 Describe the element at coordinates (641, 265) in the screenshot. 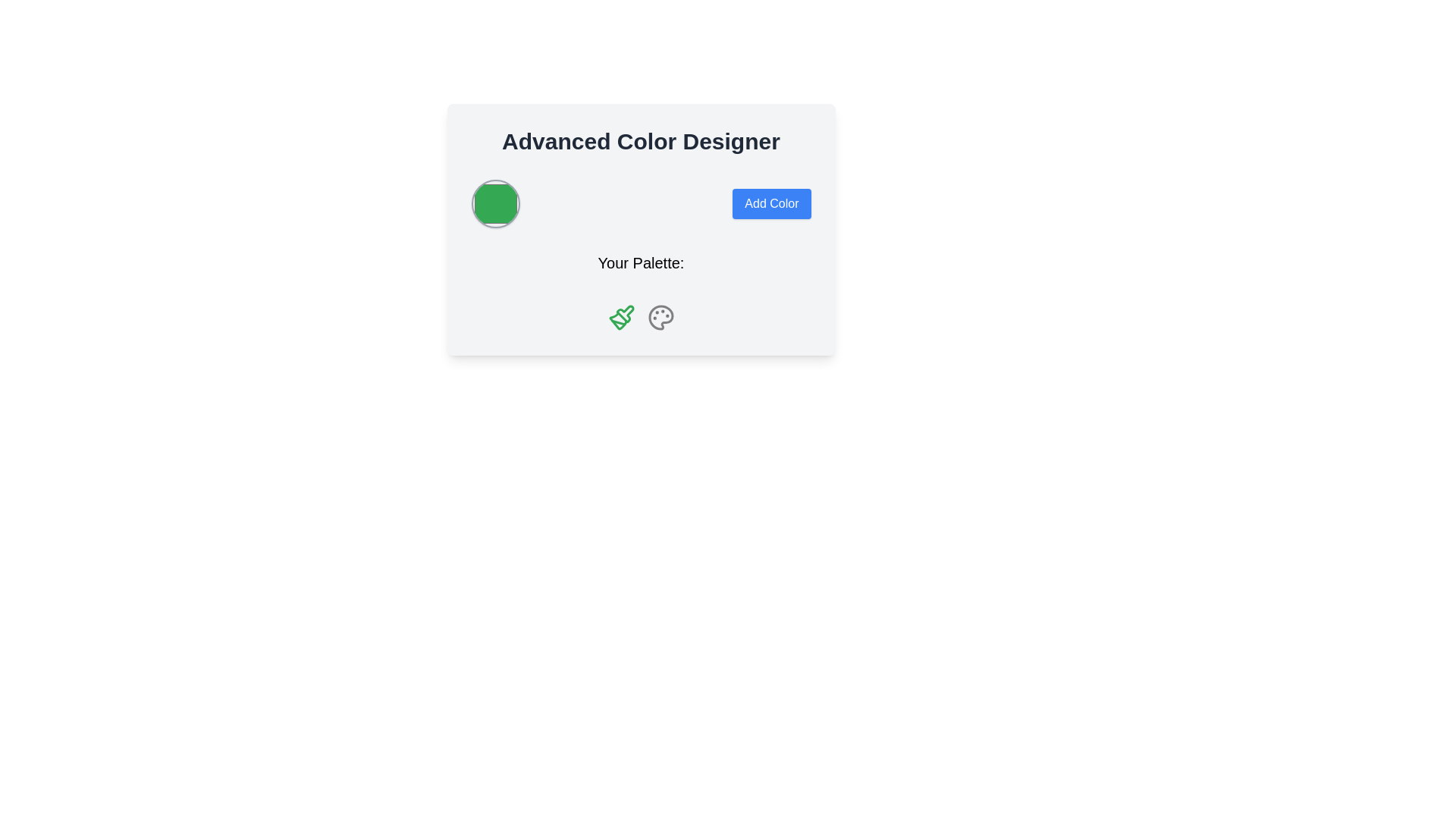

I see `the static text header displaying 'Your Palette:' which is positioned centrally below the 'Add Color' button` at that location.